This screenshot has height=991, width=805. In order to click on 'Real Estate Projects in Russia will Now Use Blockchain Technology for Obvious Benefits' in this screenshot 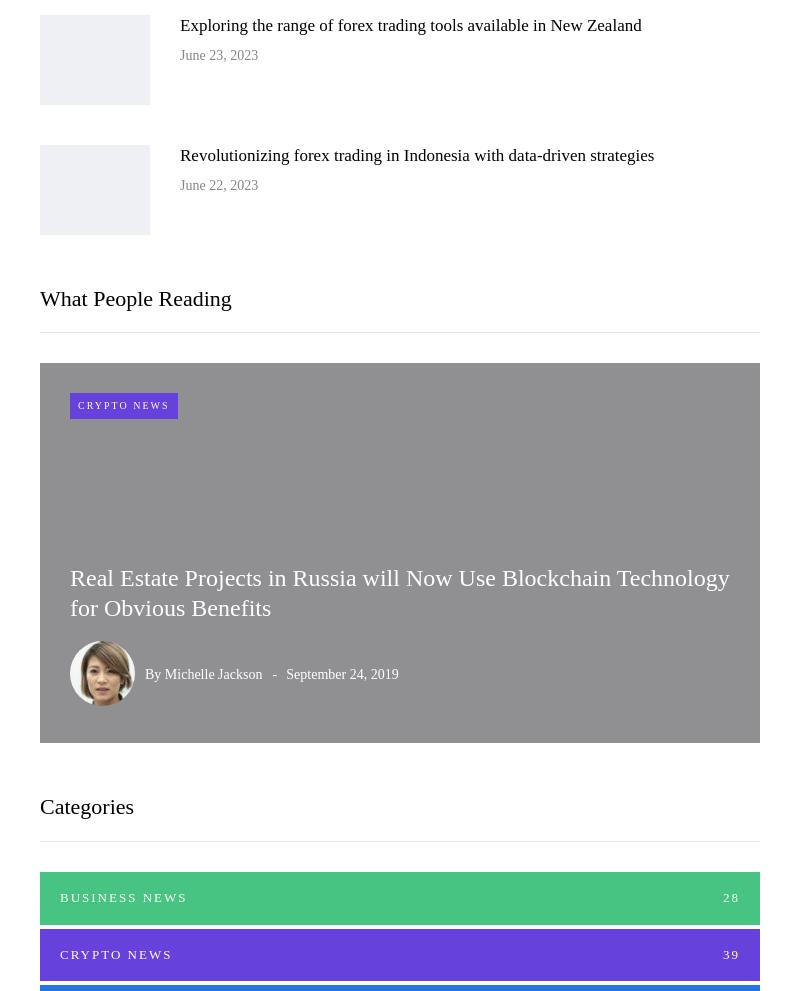, I will do `click(399, 593)`.